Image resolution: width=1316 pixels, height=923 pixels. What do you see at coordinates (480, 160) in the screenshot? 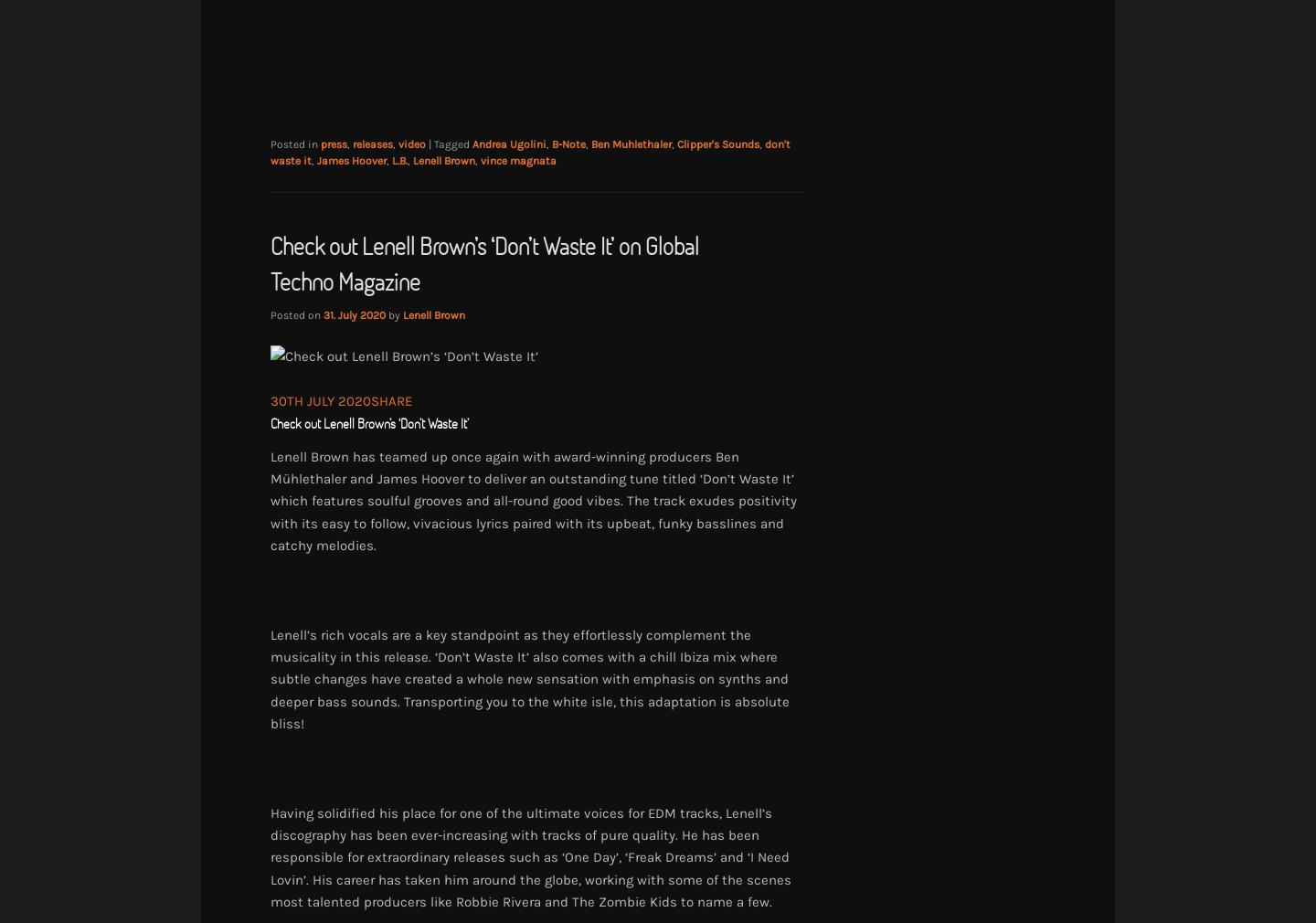
I see `'vince magnata'` at bounding box center [480, 160].